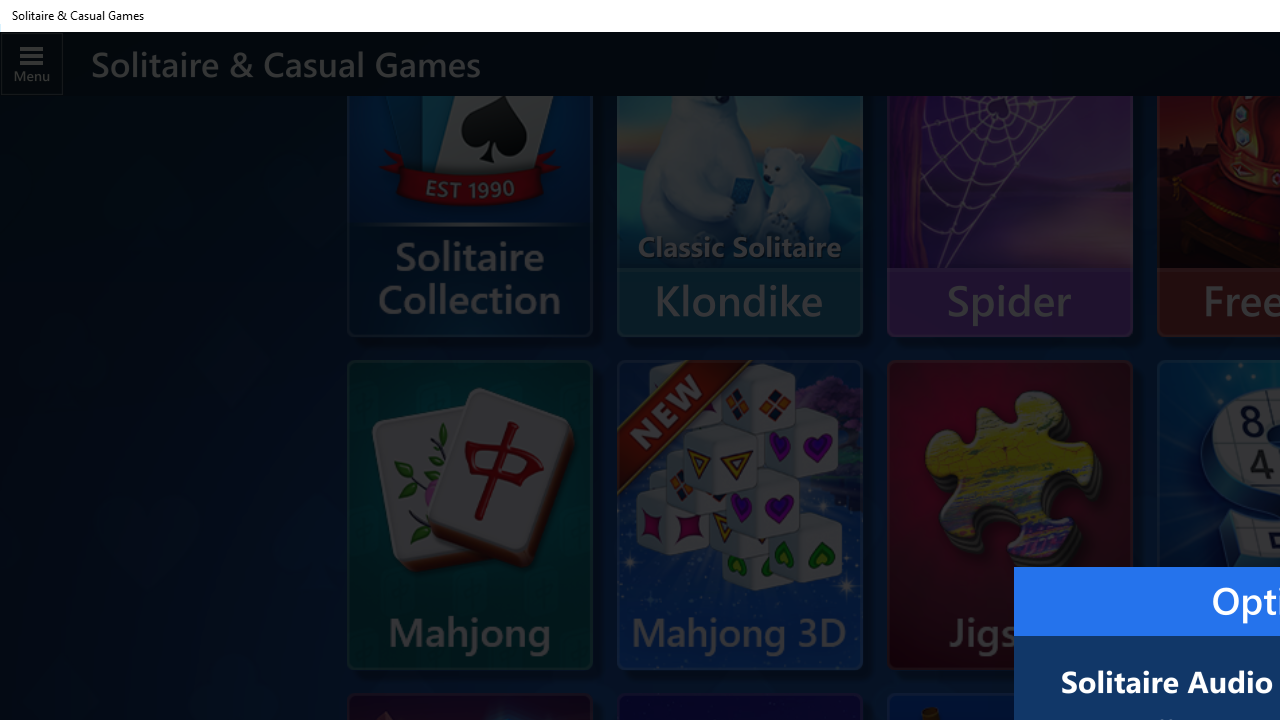 The image size is (1280, 720). What do you see at coordinates (1009, 508) in the screenshot?
I see `'Microsoft Jigsaw'` at bounding box center [1009, 508].